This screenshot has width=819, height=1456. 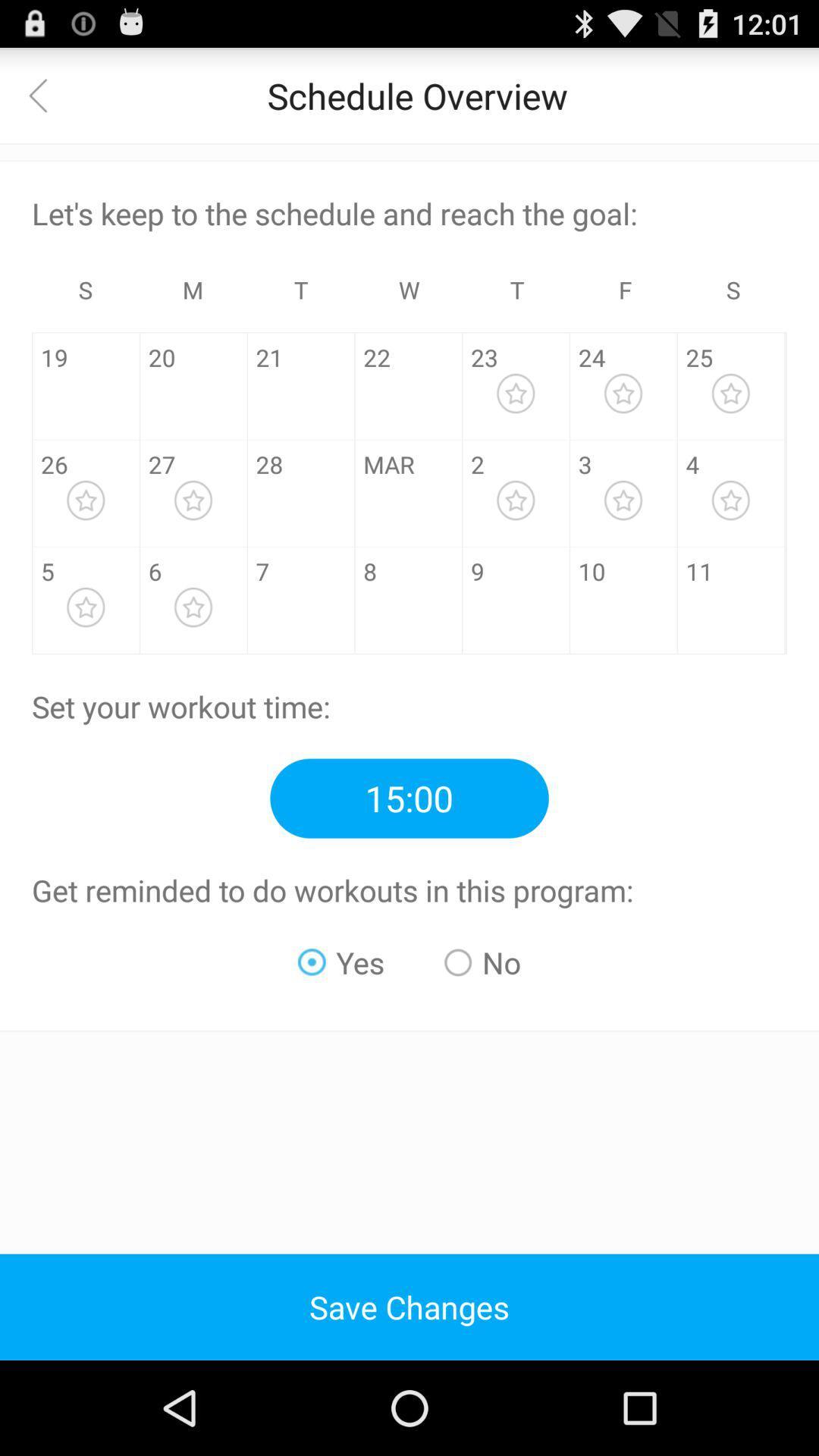 I want to click on the item below the get reminded to icon, so click(x=482, y=962).